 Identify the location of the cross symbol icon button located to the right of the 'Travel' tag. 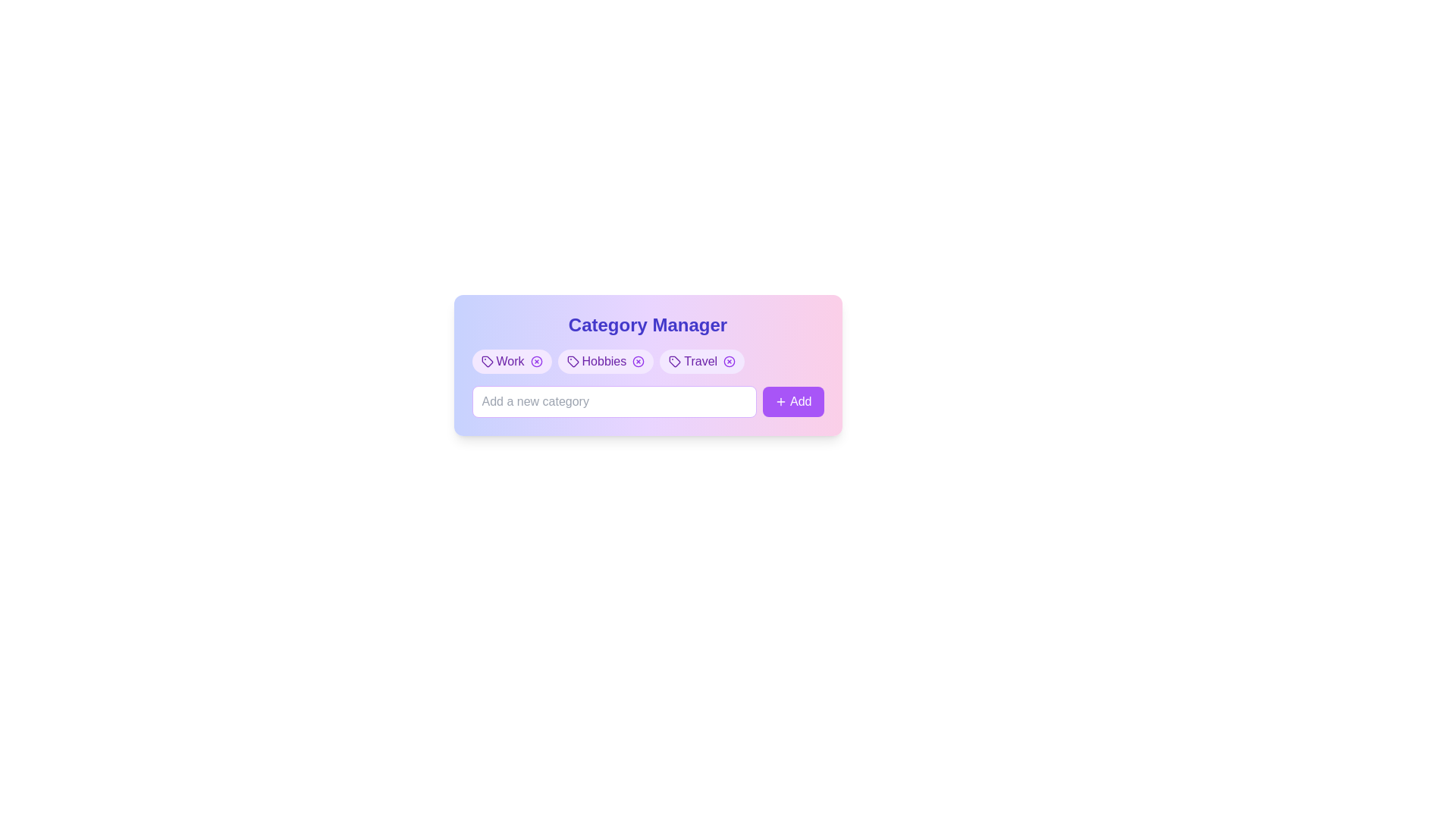
(730, 362).